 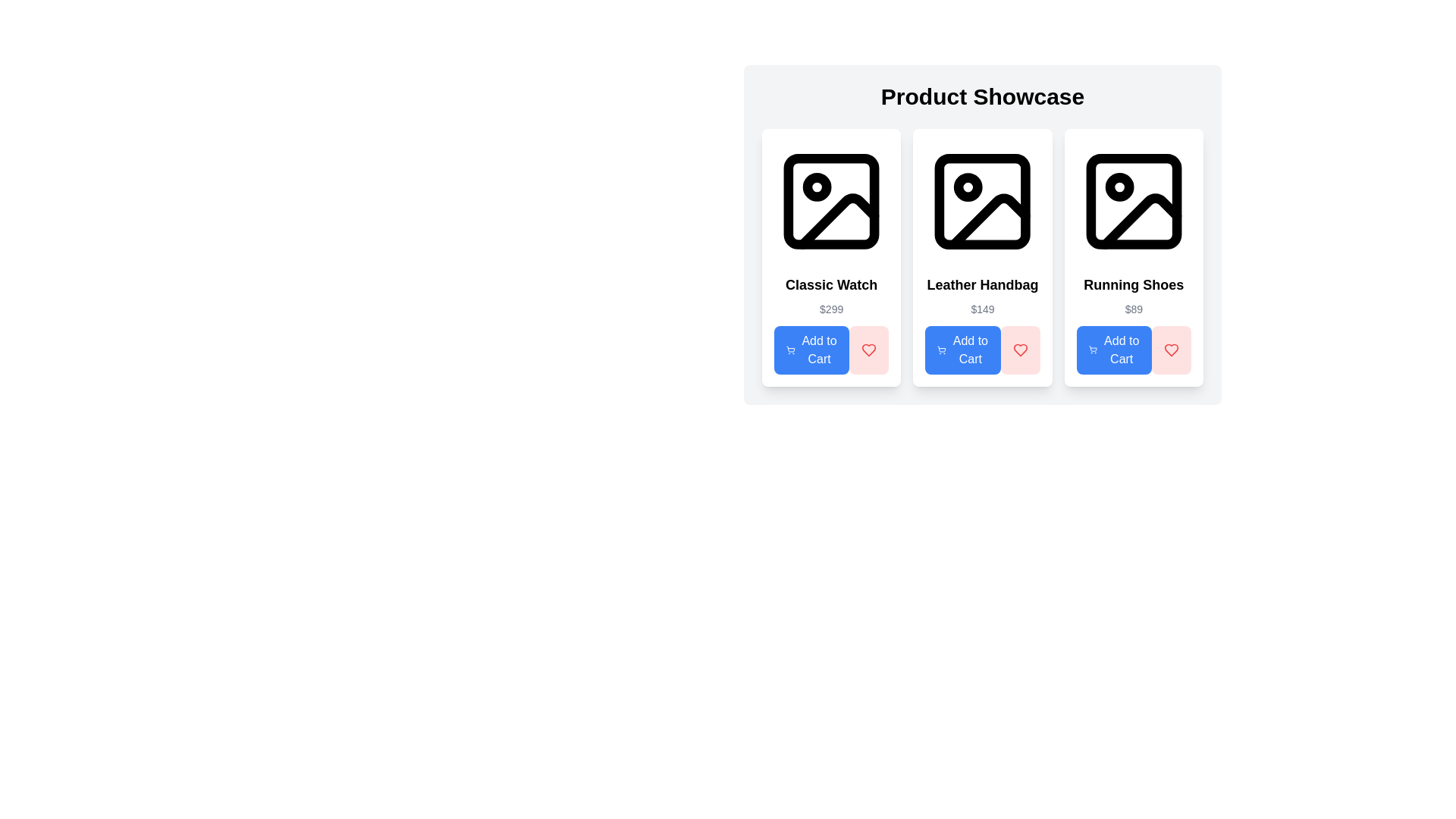 What do you see at coordinates (983, 350) in the screenshot?
I see `the 'Add to Cart' button located at the bottom-right corner of the 'Leather Handbag' product card` at bounding box center [983, 350].